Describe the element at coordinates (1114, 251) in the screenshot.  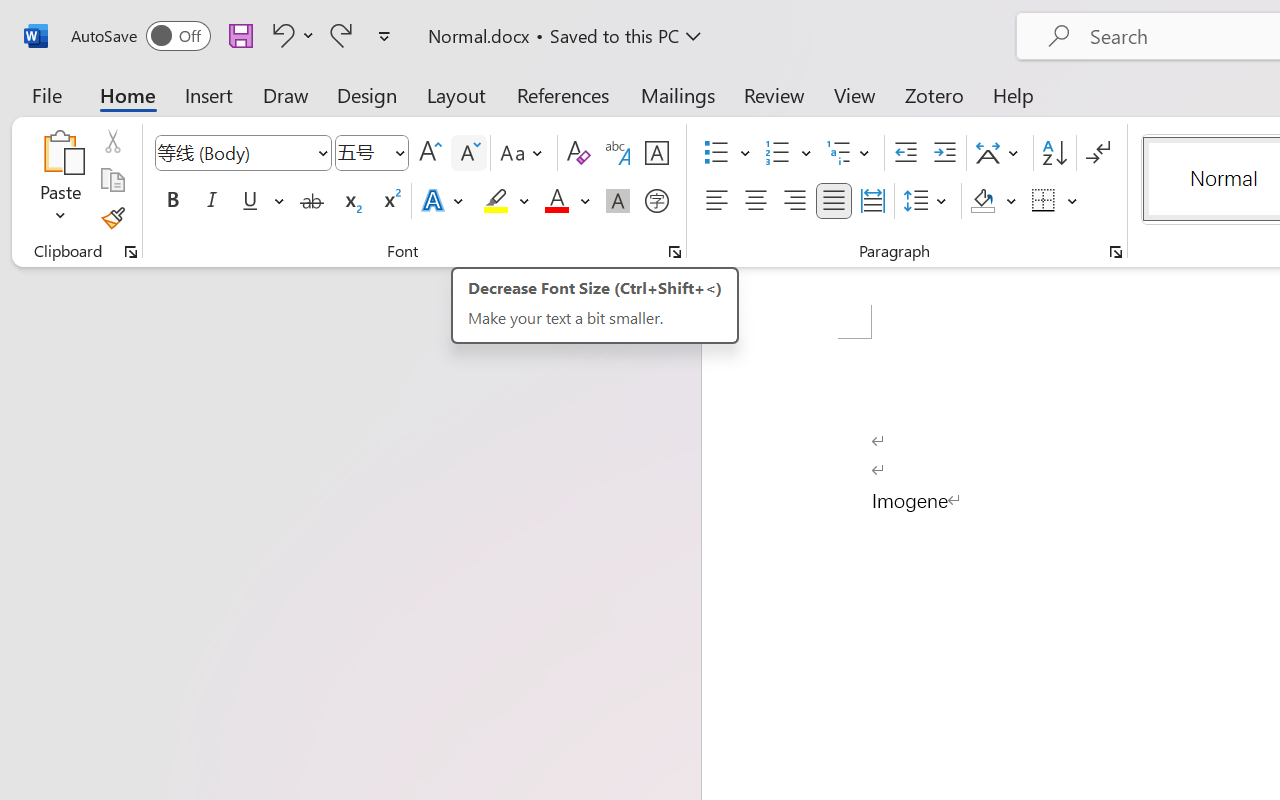
I see `'Paragraph...'` at that location.